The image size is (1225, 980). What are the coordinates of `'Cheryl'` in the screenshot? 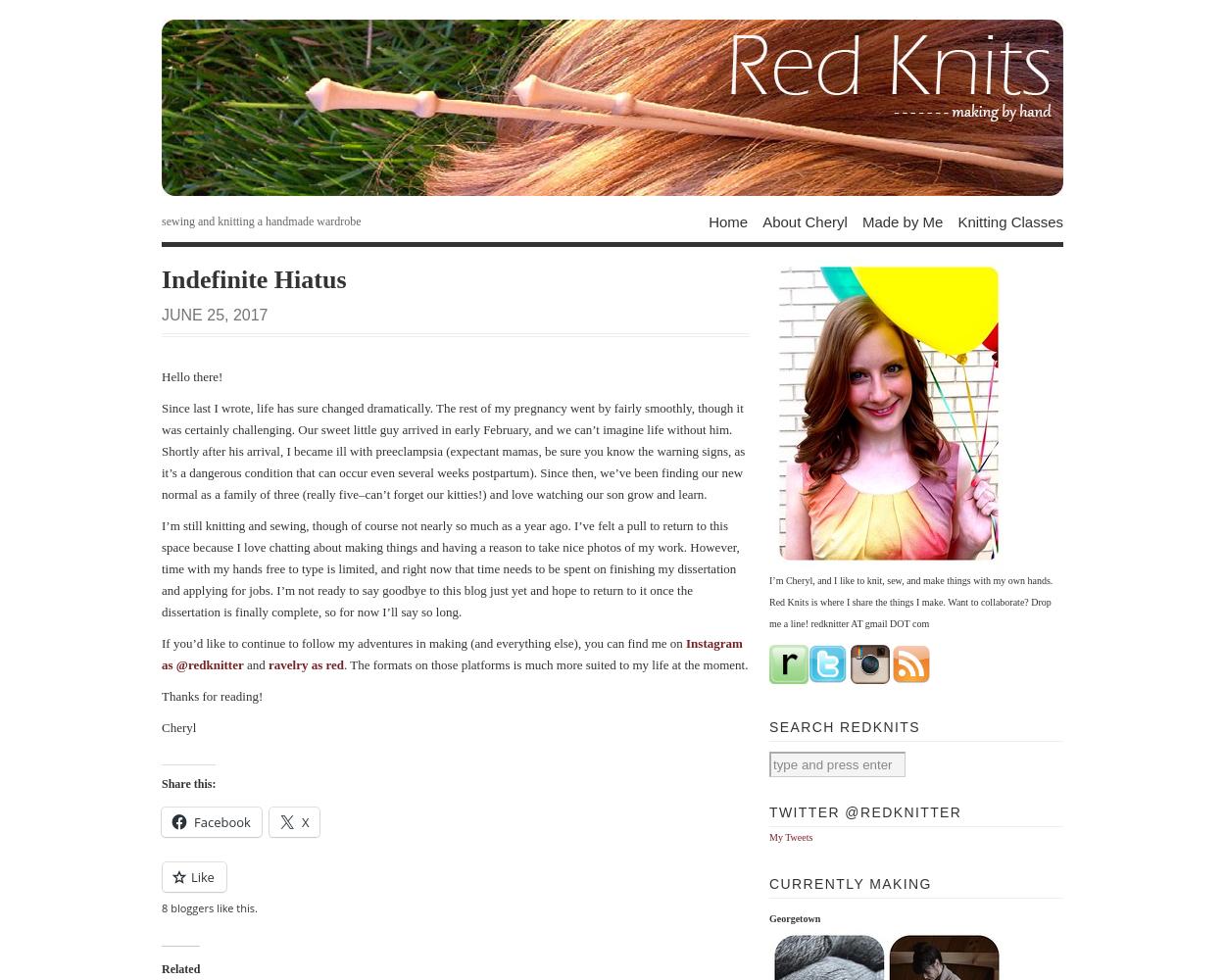 It's located at (162, 725).